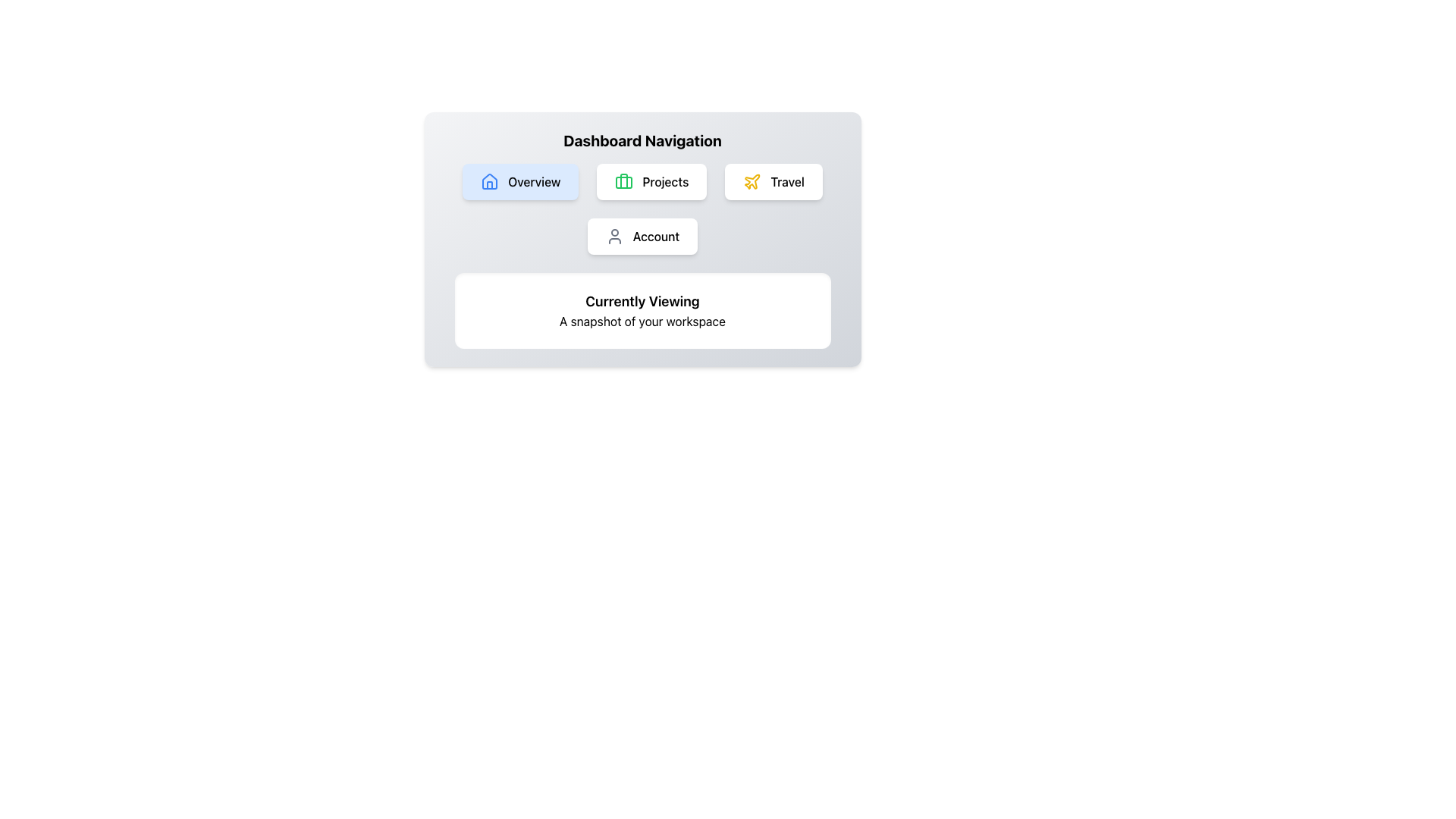 This screenshot has width=1456, height=819. What do you see at coordinates (752, 180) in the screenshot?
I see `the 'Travel' icon in the 'Dashboard Navigation' panel, which is the third button in the top row, located to the right of the 'Projects' button` at bounding box center [752, 180].